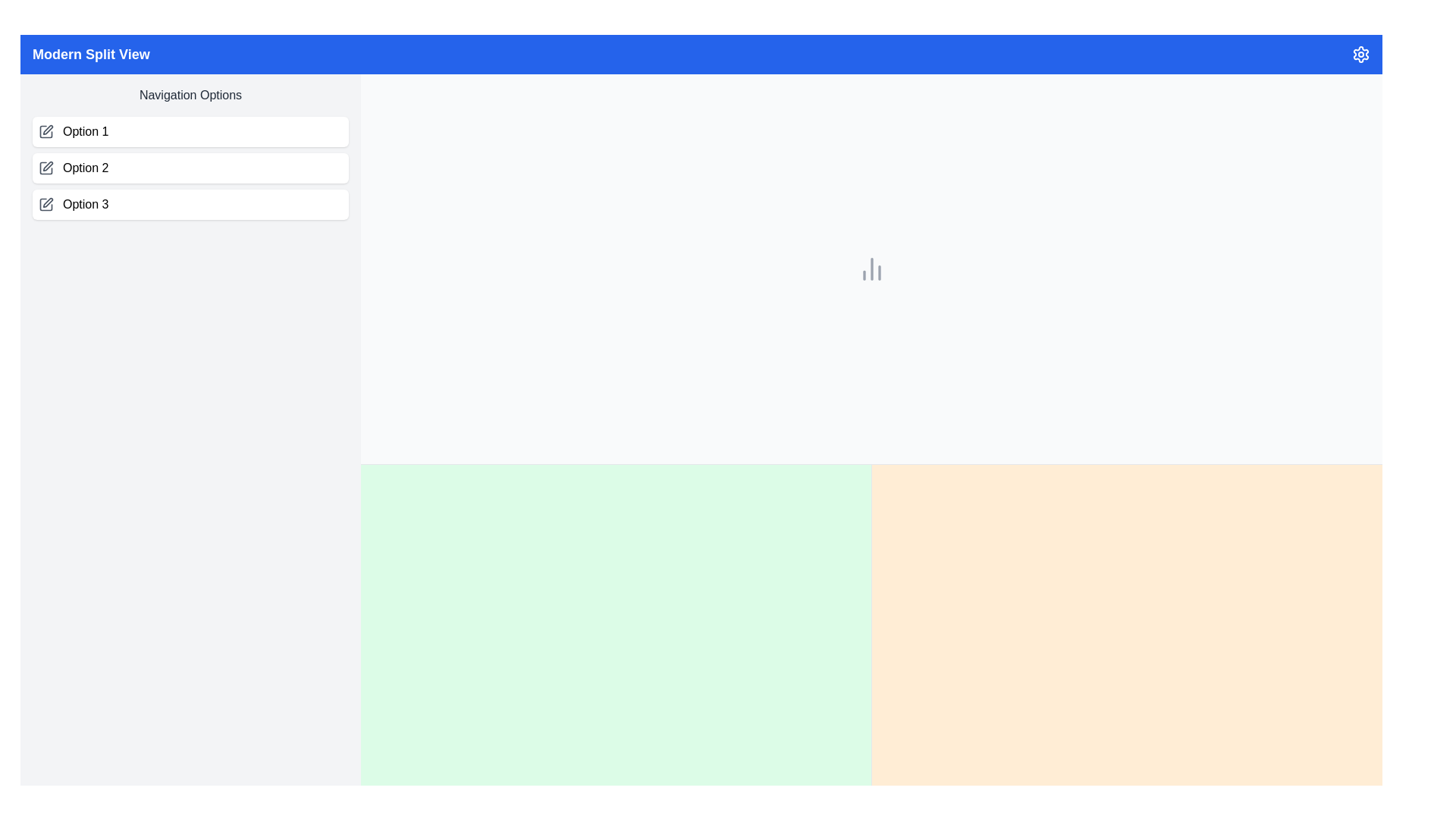 This screenshot has height=819, width=1456. What do you see at coordinates (46, 130) in the screenshot?
I see `the interactive icon in the sidebar menu that signifies an editing action related to 'Option 1', located to the left of the text label` at bounding box center [46, 130].